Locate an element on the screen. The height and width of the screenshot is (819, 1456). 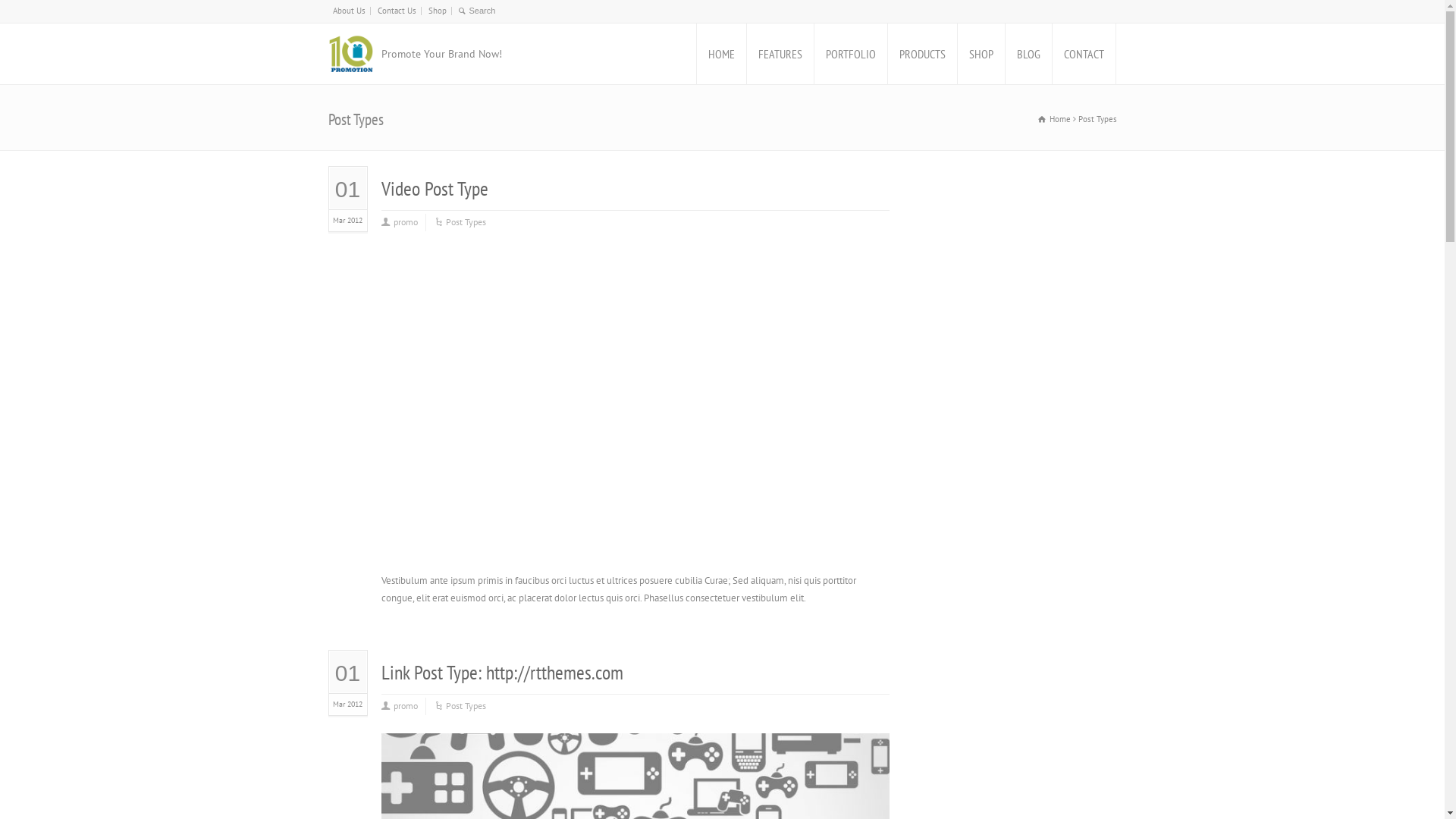
'About Us' is located at coordinates (347, 11).